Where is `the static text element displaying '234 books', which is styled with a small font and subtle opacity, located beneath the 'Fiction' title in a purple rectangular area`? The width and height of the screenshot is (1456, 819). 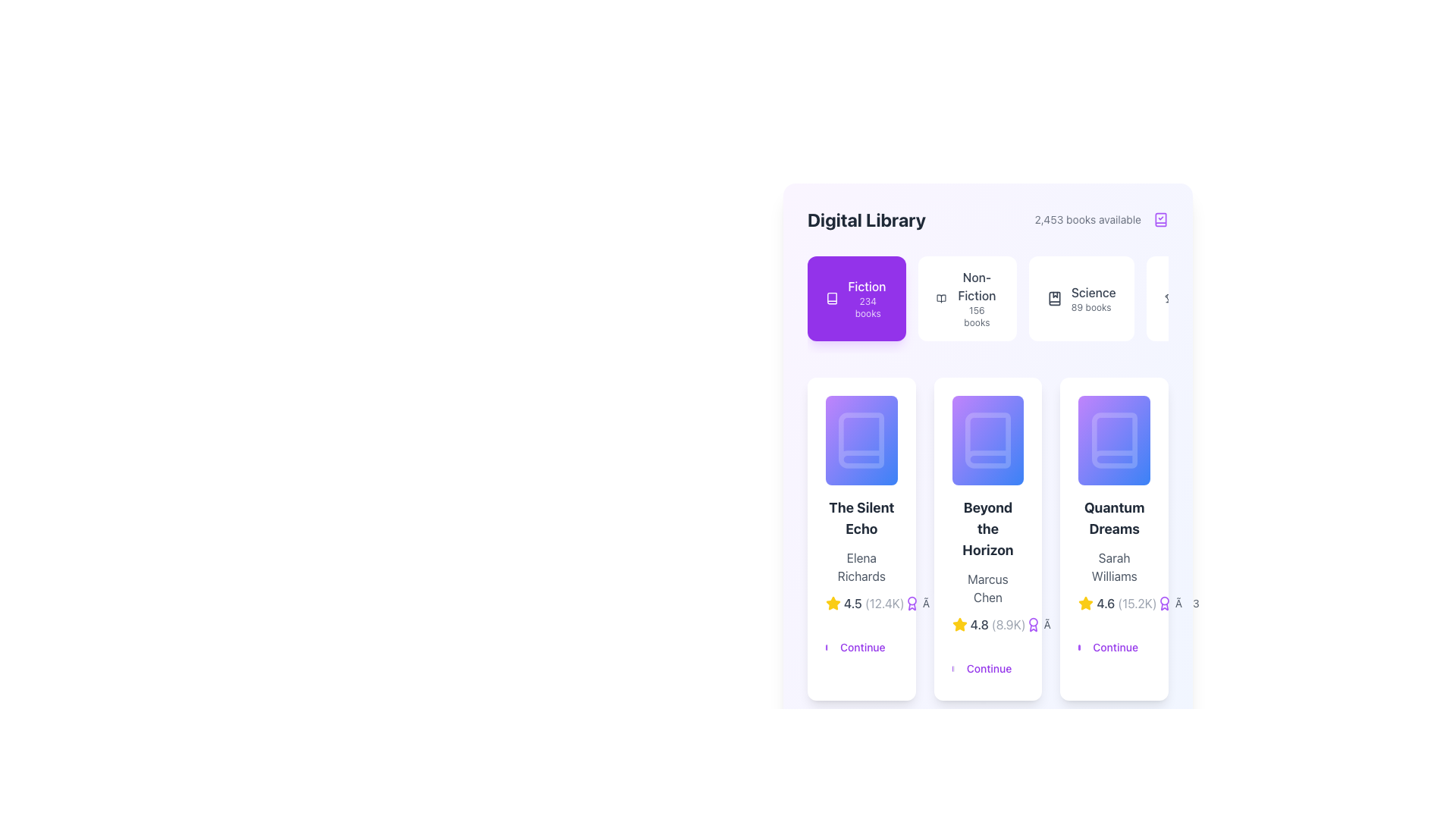
the static text element displaying '234 books', which is styled with a small font and subtle opacity, located beneath the 'Fiction' title in a purple rectangular area is located at coordinates (868, 307).